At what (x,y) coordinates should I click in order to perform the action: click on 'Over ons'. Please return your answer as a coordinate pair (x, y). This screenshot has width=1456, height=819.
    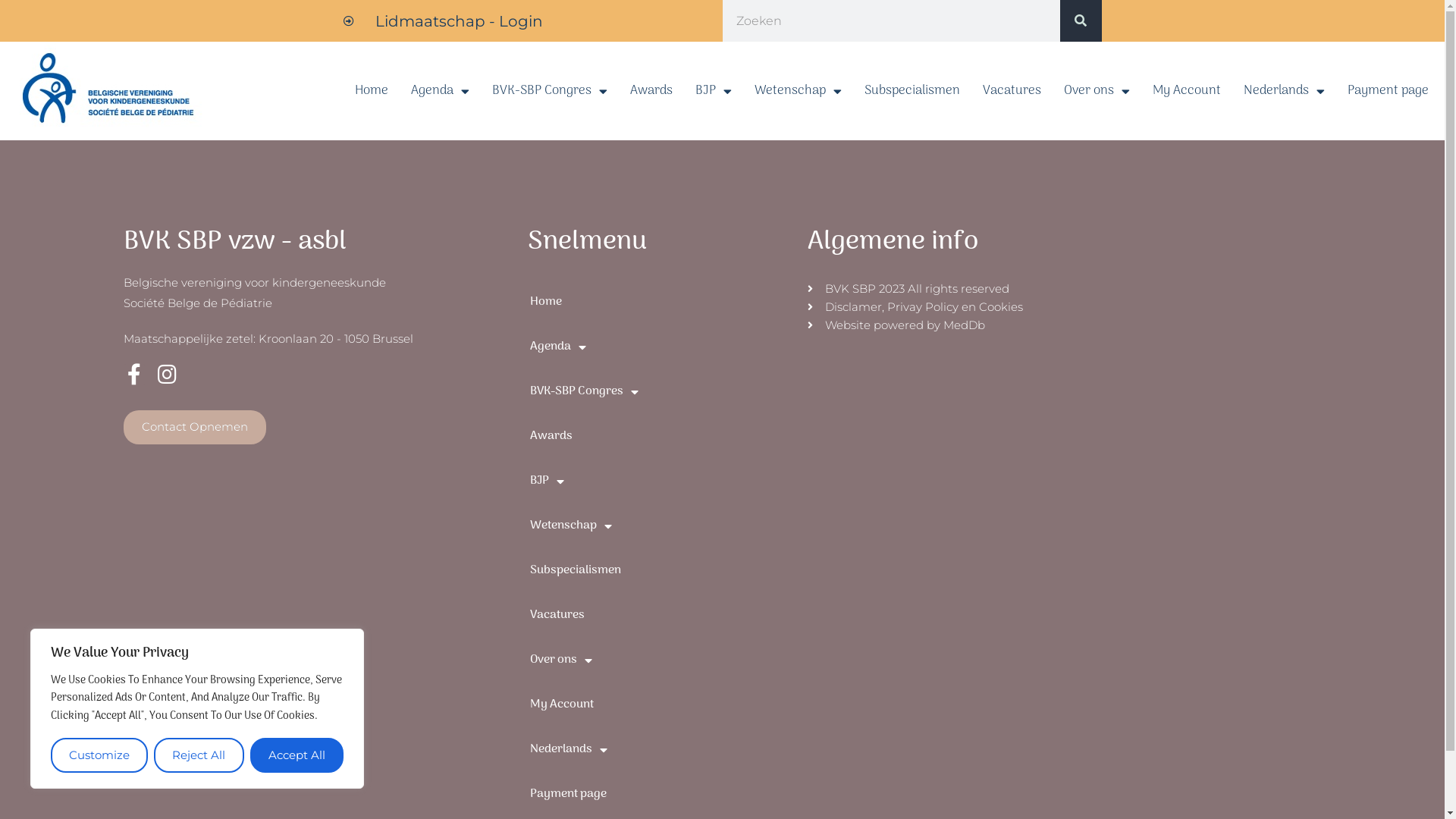
    Looking at the image, I should click on (528, 659).